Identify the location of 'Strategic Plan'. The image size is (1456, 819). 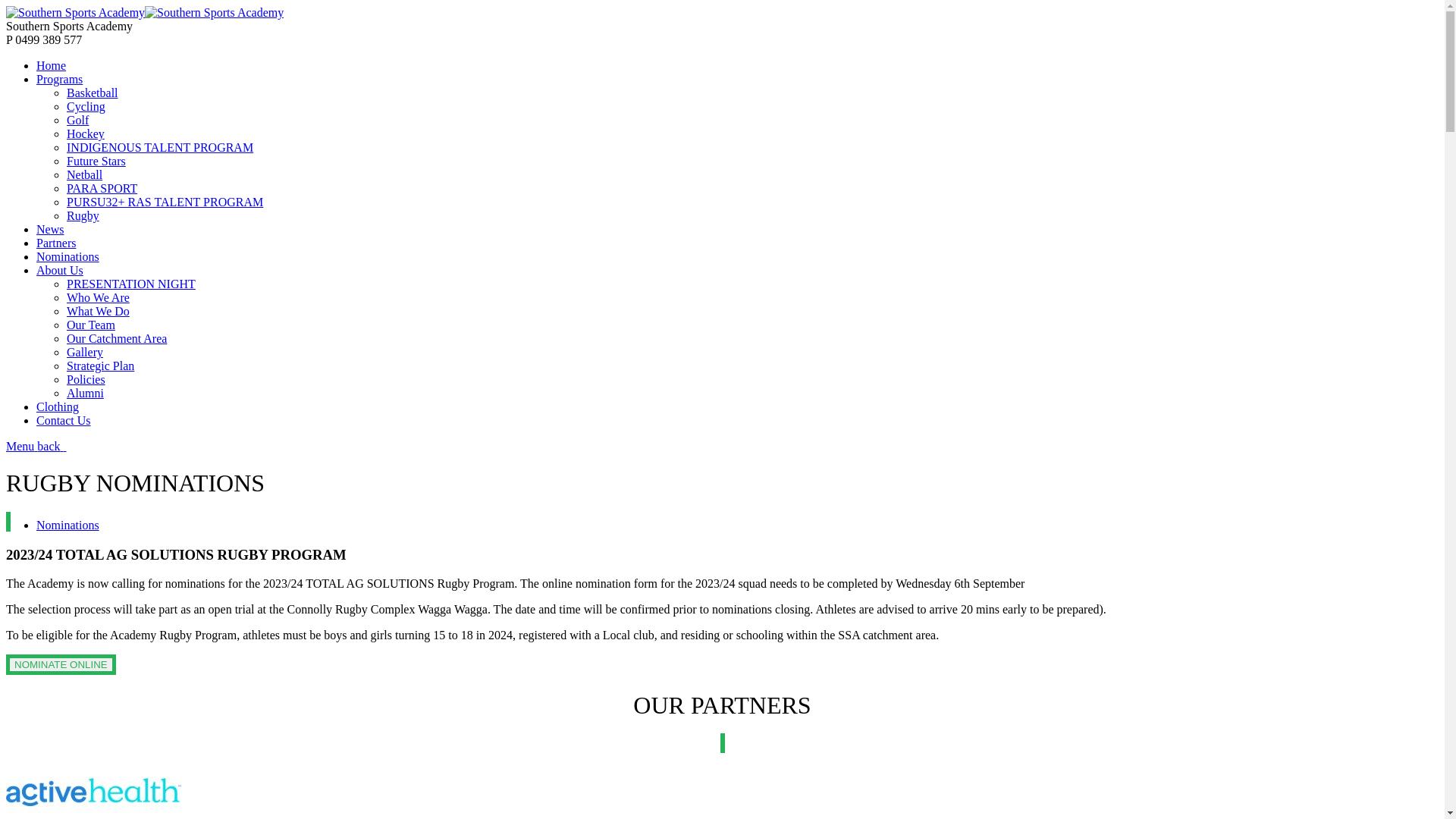
(65, 366).